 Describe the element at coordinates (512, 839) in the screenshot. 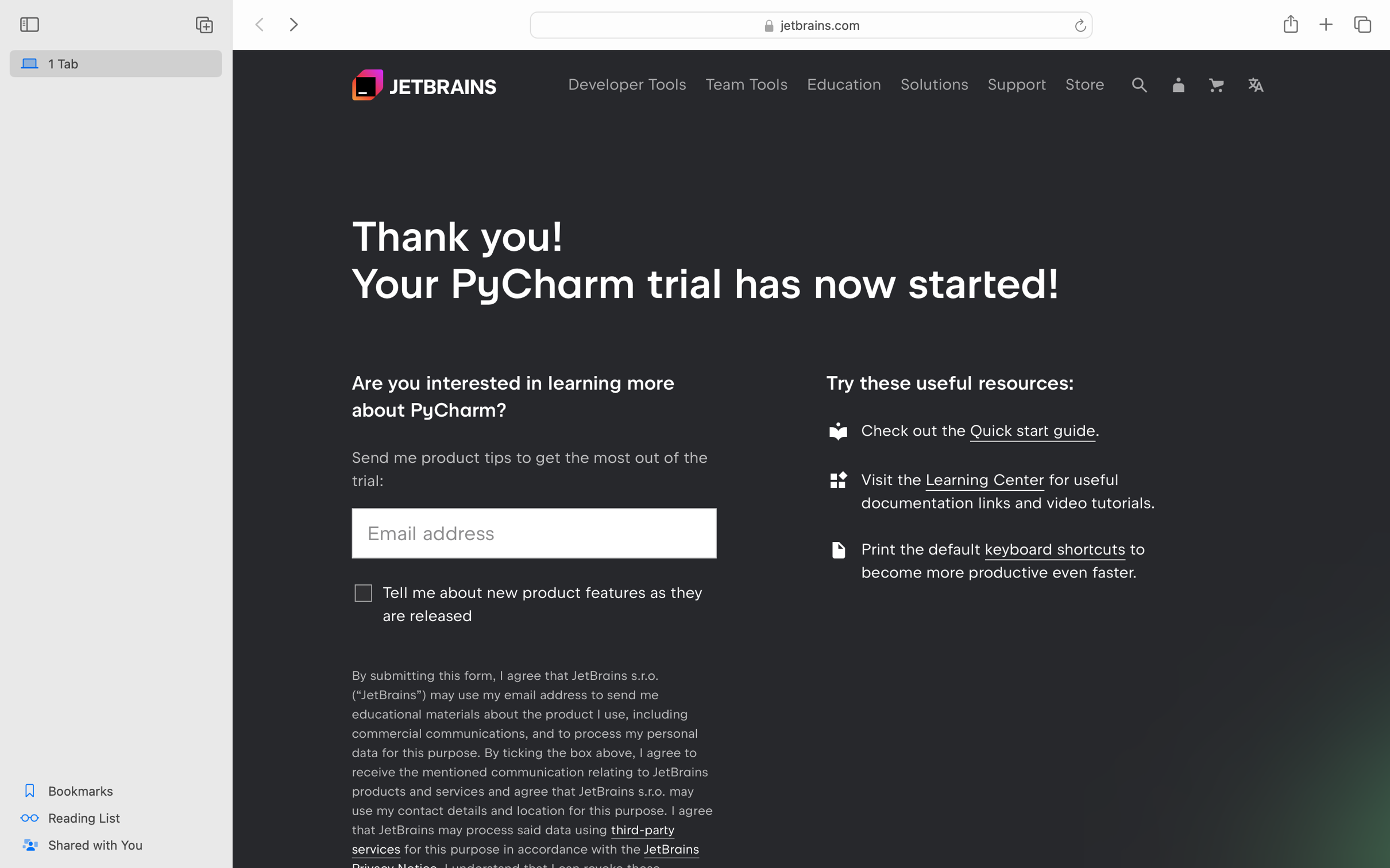

I see `'third-party services'` at that location.